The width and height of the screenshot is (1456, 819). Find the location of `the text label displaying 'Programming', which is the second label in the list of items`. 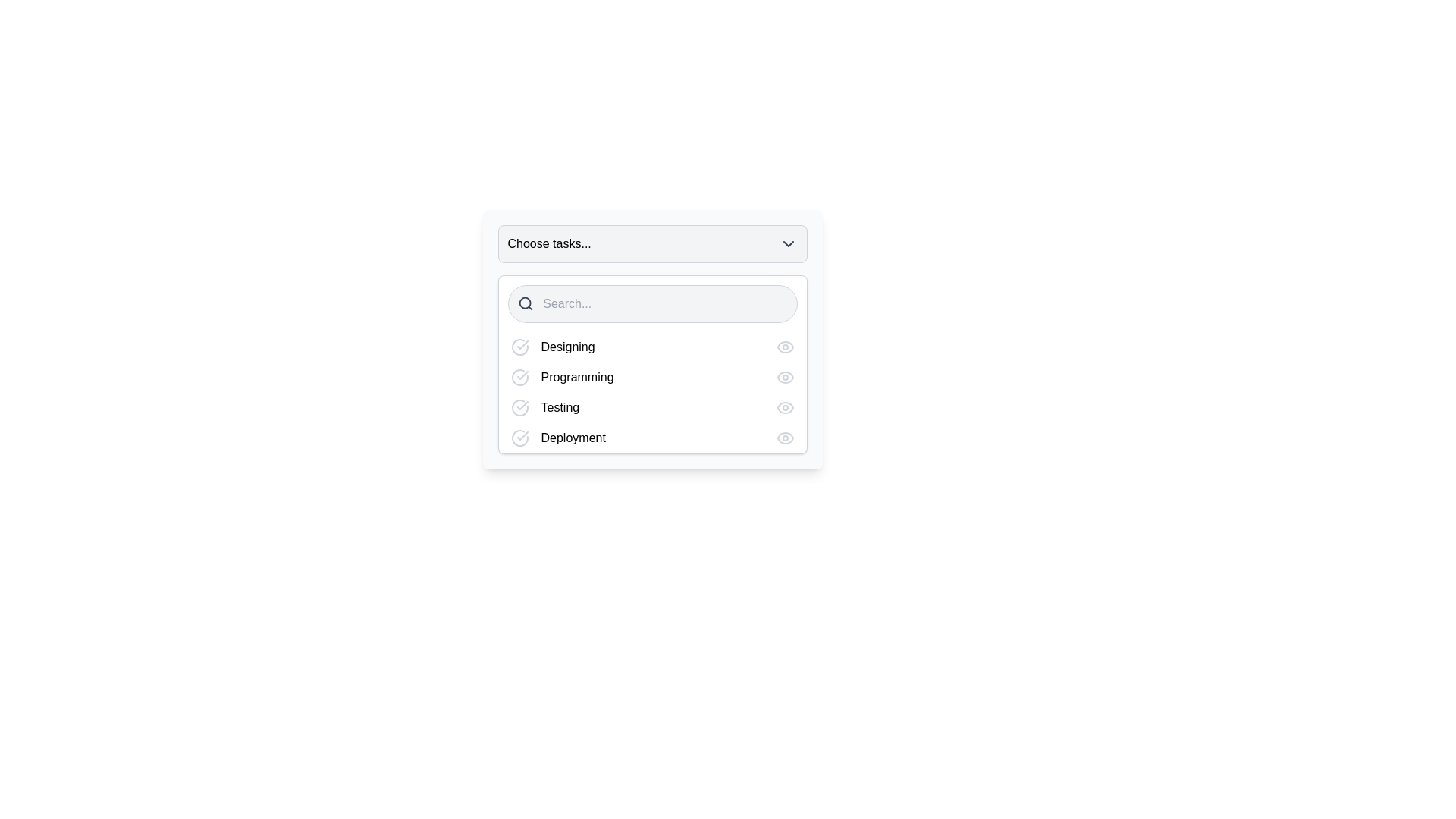

the text label displaying 'Programming', which is the second label in the list of items is located at coordinates (576, 376).